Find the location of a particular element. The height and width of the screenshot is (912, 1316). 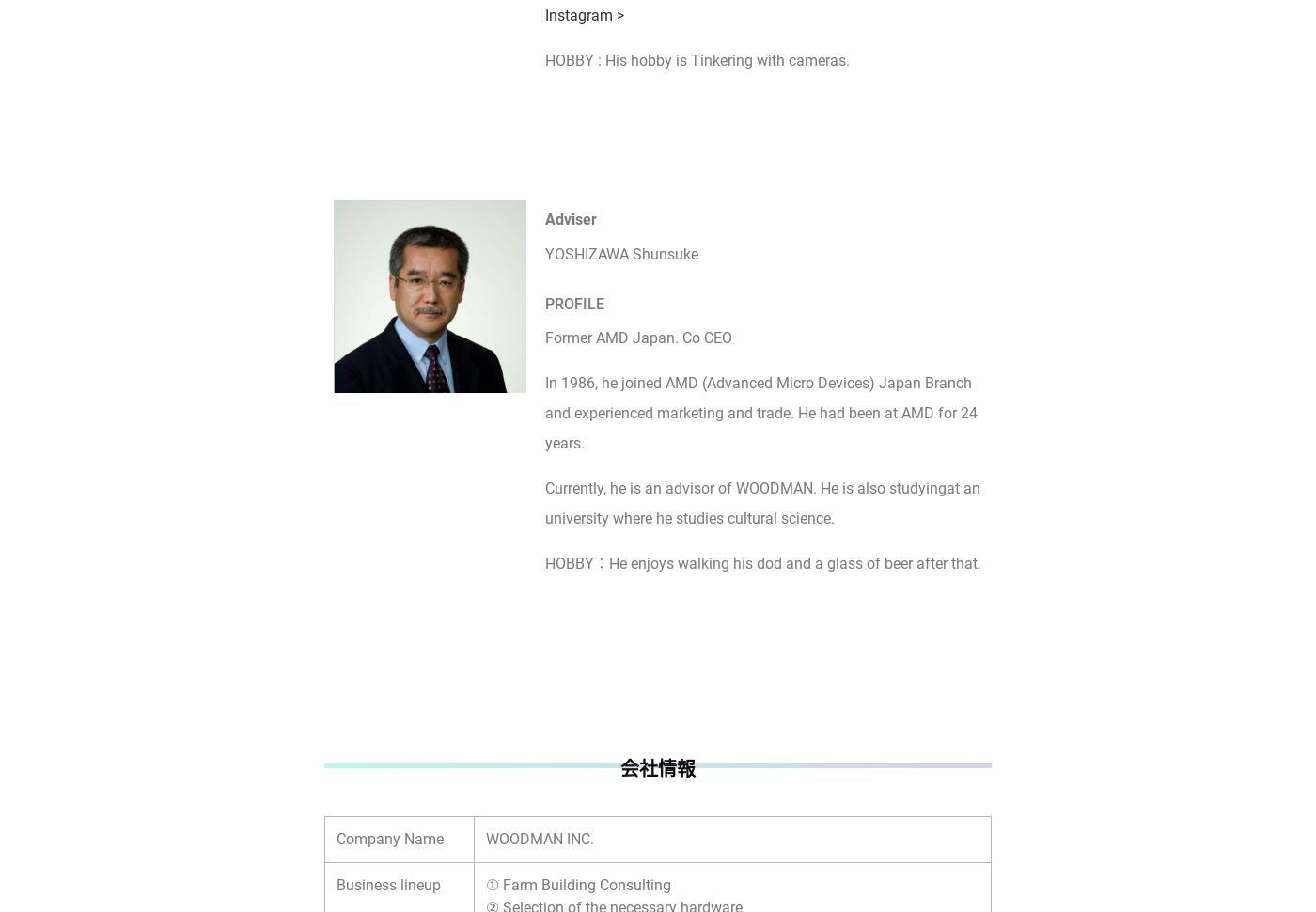

'Company Name' is located at coordinates (389, 839).